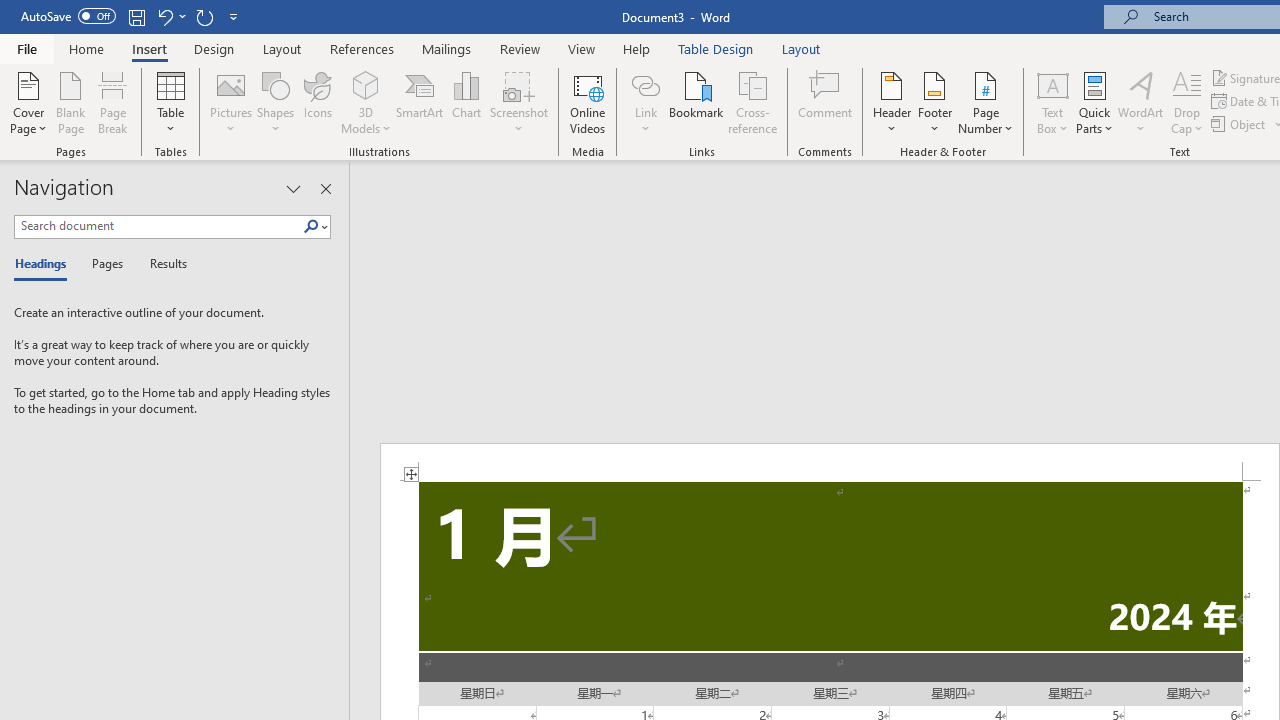  I want to click on 'Header', so click(891, 103).